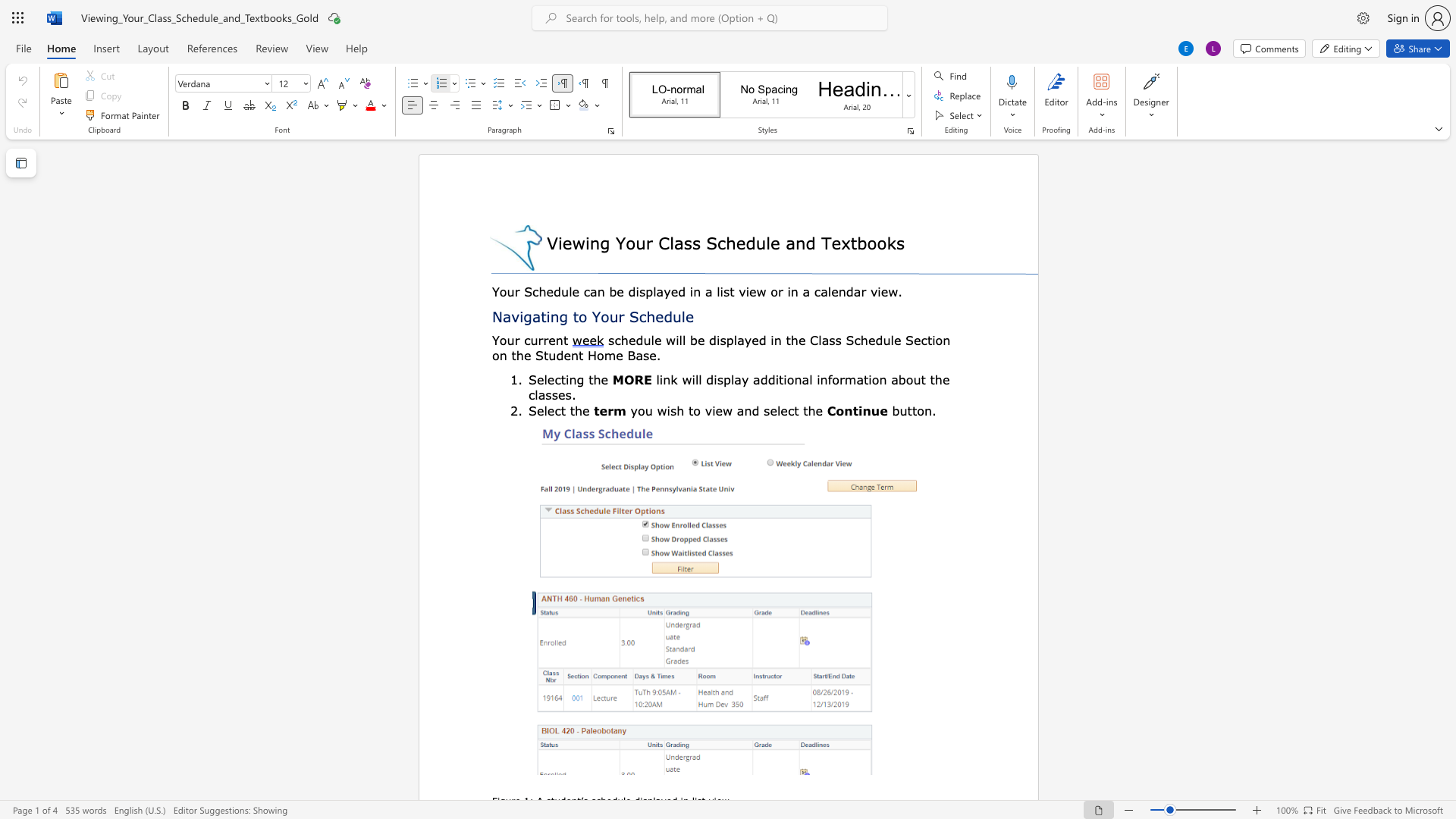 The image size is (1456, 819). I want to click on the 1th character "t" in the text, so click(565, 339).